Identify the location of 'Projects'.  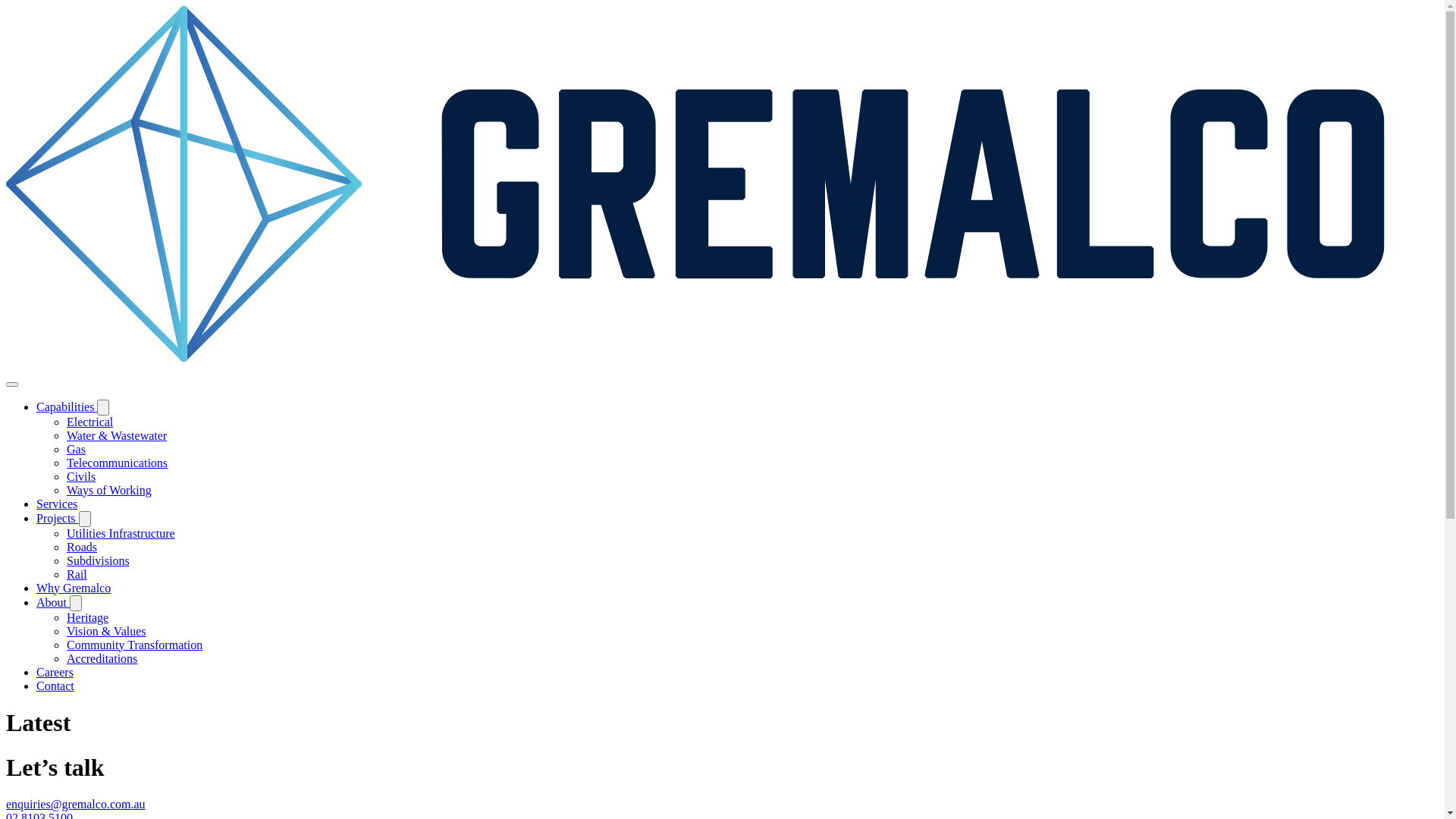
(58, 517).